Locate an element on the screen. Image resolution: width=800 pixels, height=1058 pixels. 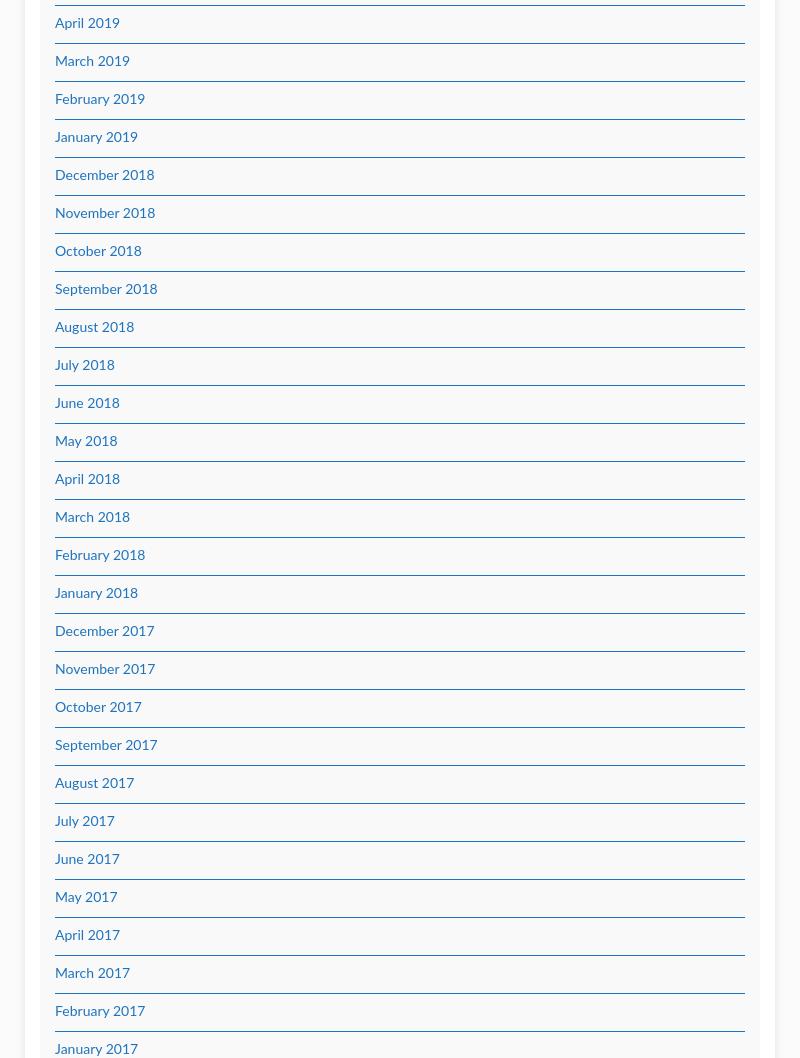
'July 2018' is located at coordinates (84, 365).